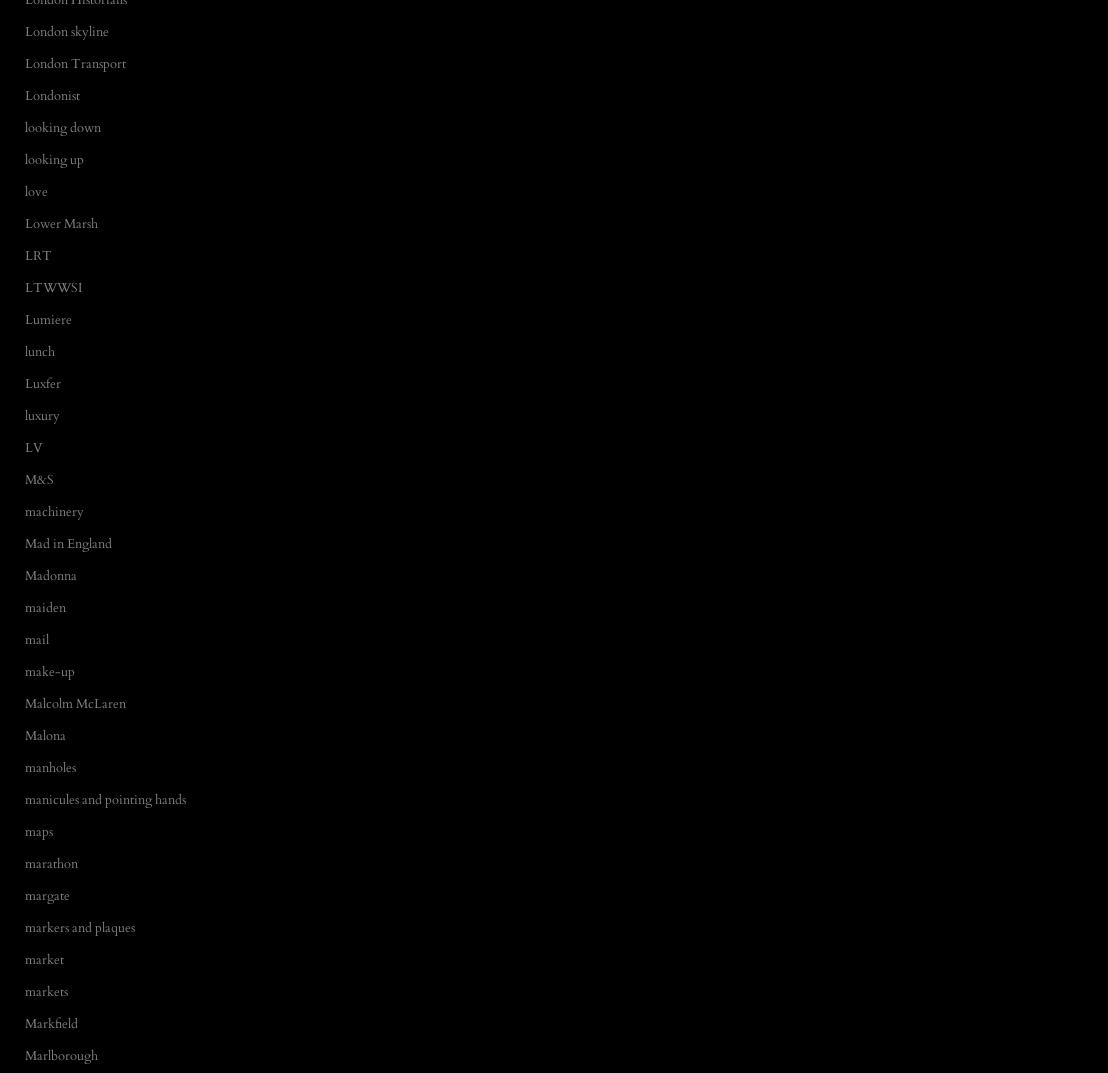 Image resolution: width=1108 pixels, height=1073 pixels. I want to click on 'luxury', so click(42, 414).